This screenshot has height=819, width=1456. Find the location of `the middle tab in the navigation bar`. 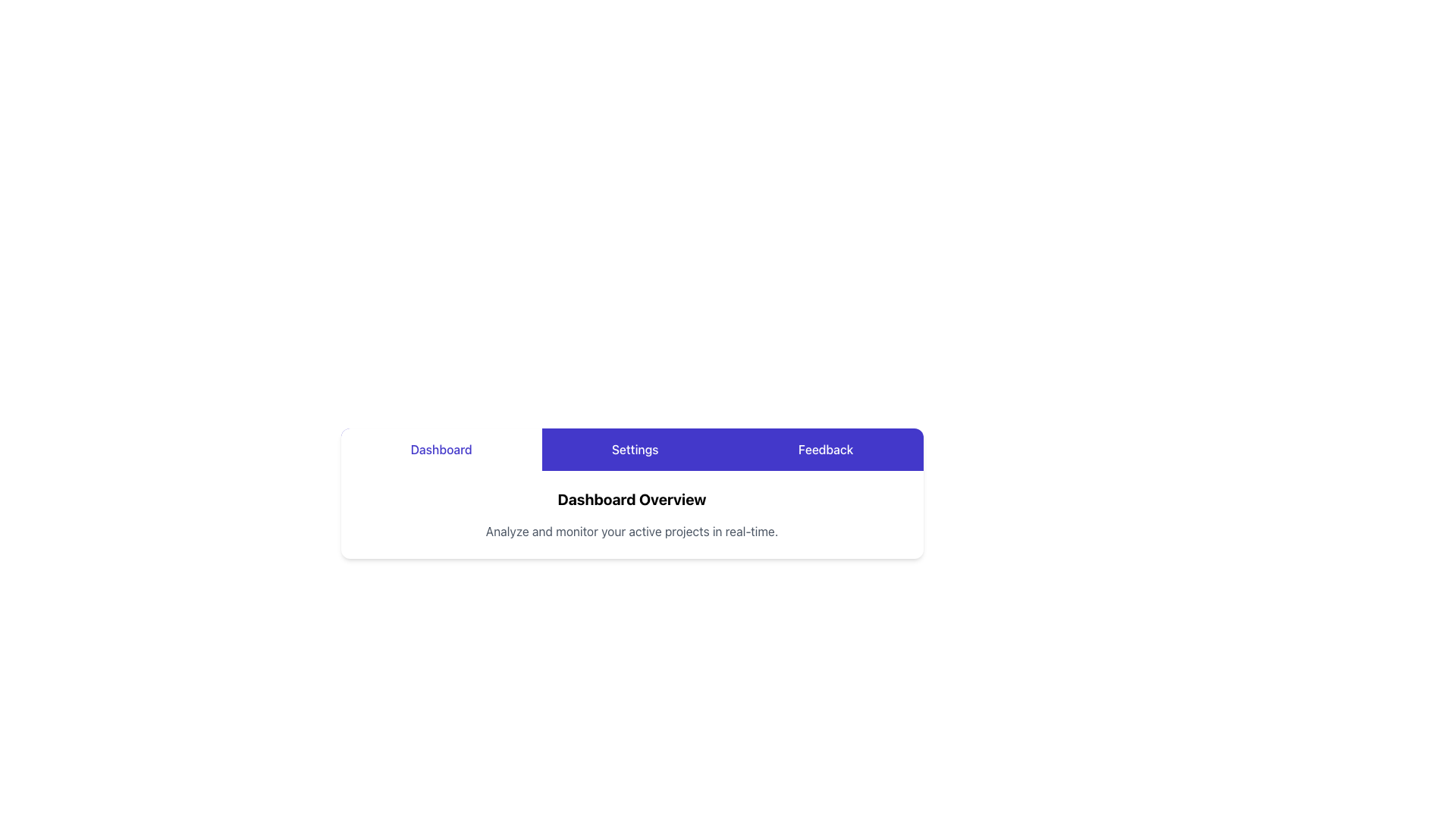

the middle tab in the navigation bar is located at coordinates (635, 449).